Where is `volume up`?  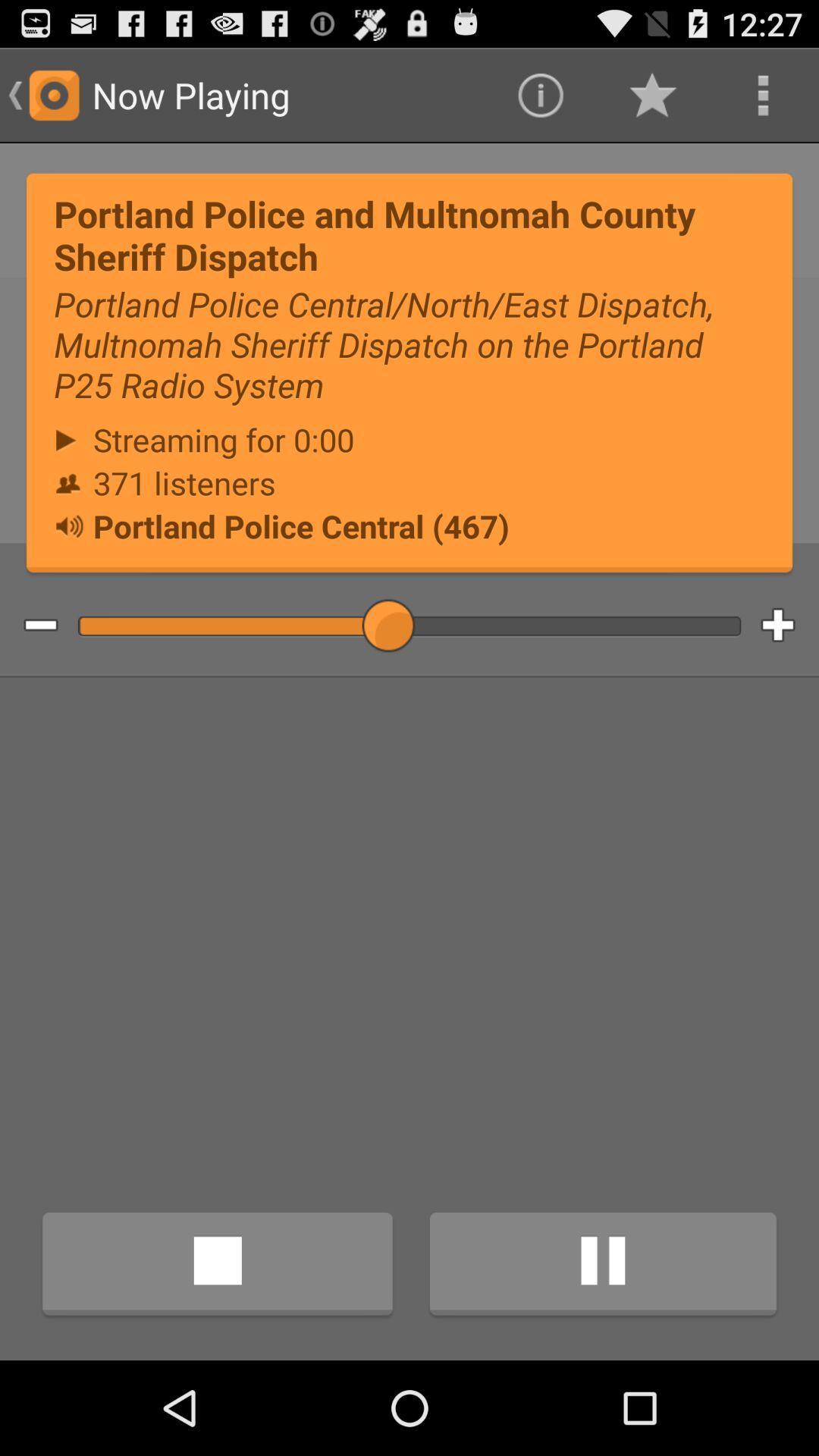 volume up is located at coordinates (789, 626).